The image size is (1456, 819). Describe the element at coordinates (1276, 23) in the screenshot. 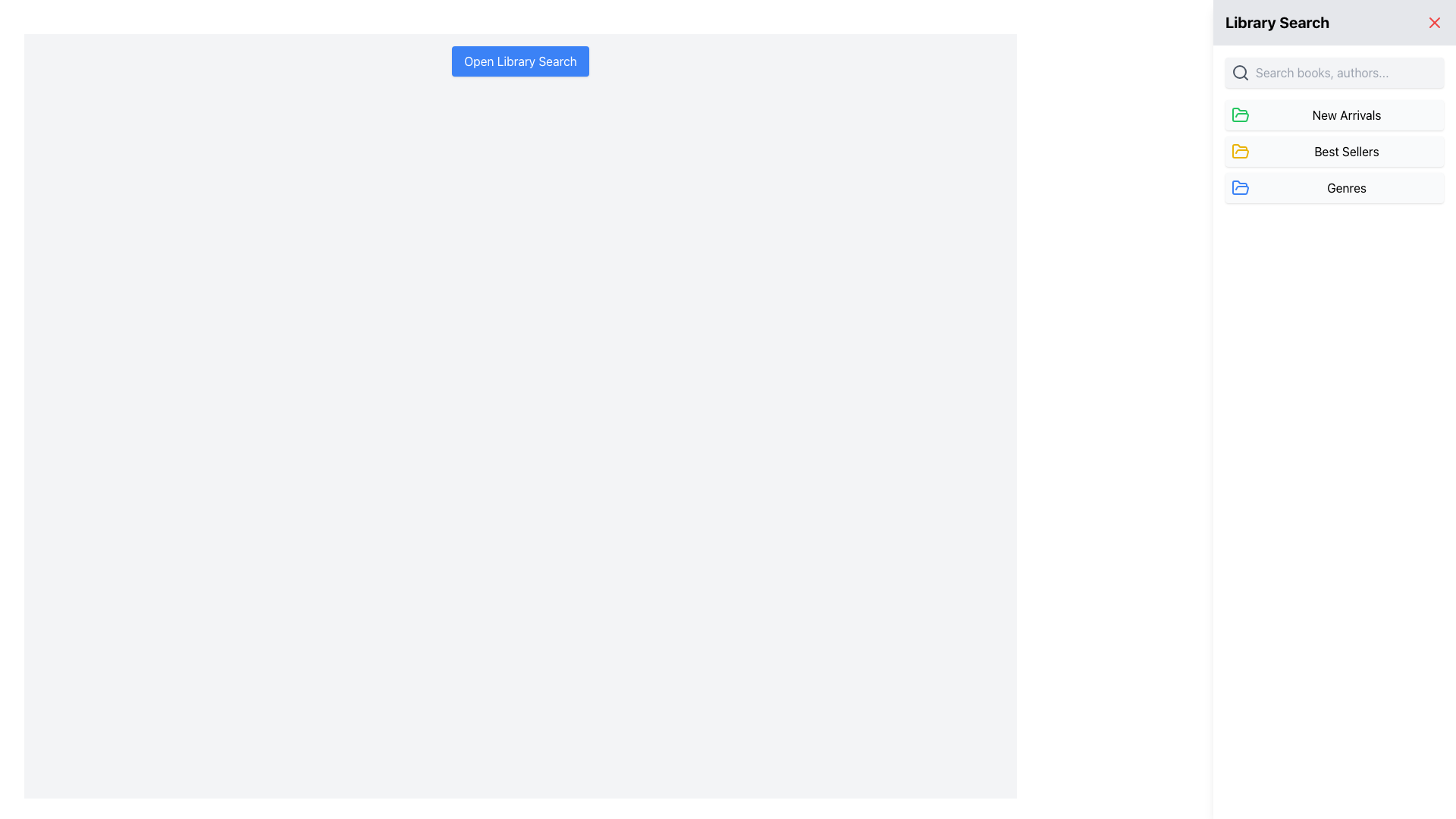

I see `the bold, large-sized text displaying 'Library Search' in black font, located in the header of the sidebar` at that location.